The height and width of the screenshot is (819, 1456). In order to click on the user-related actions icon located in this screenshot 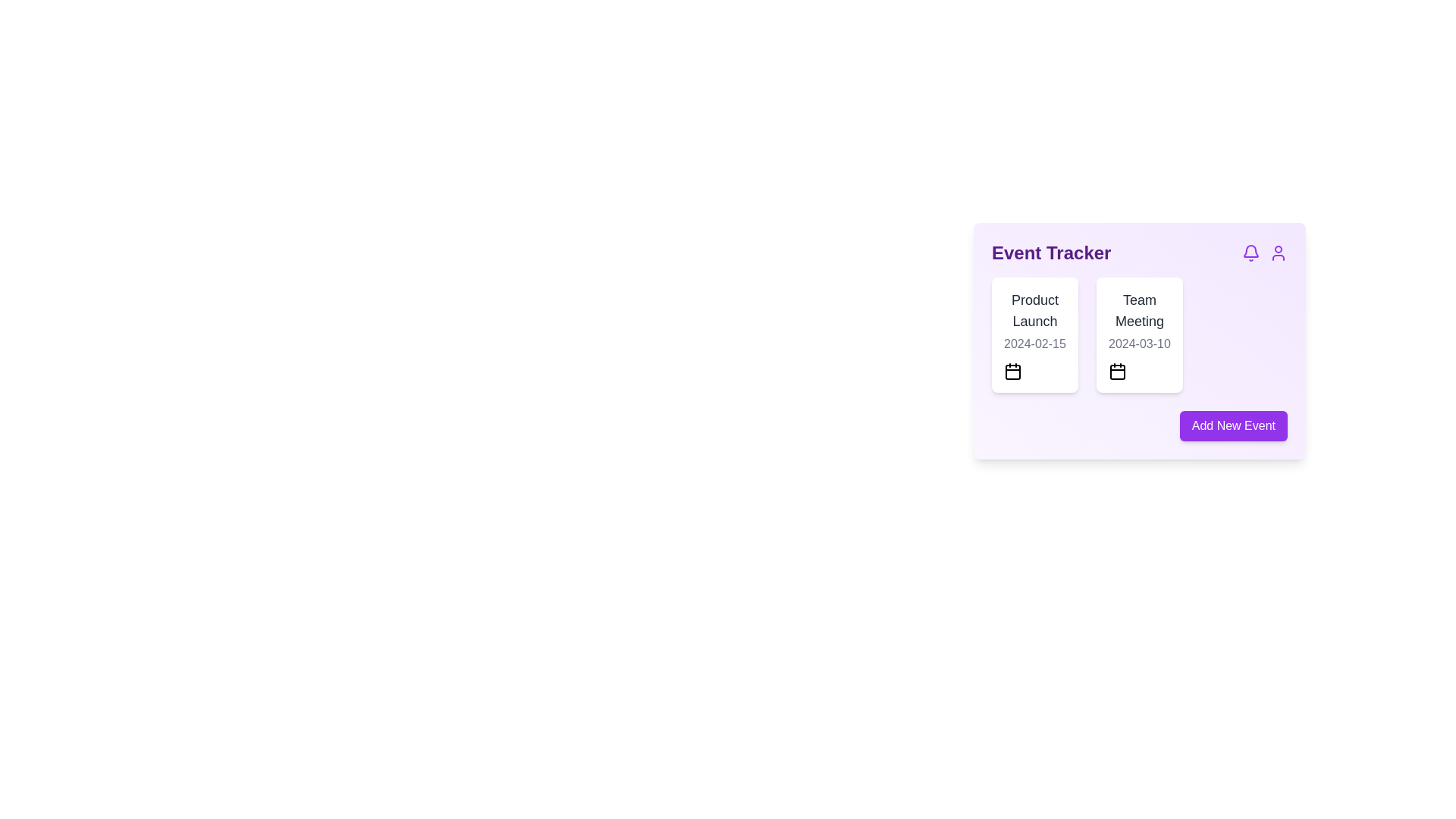, I will do `click(1277, 253)`.